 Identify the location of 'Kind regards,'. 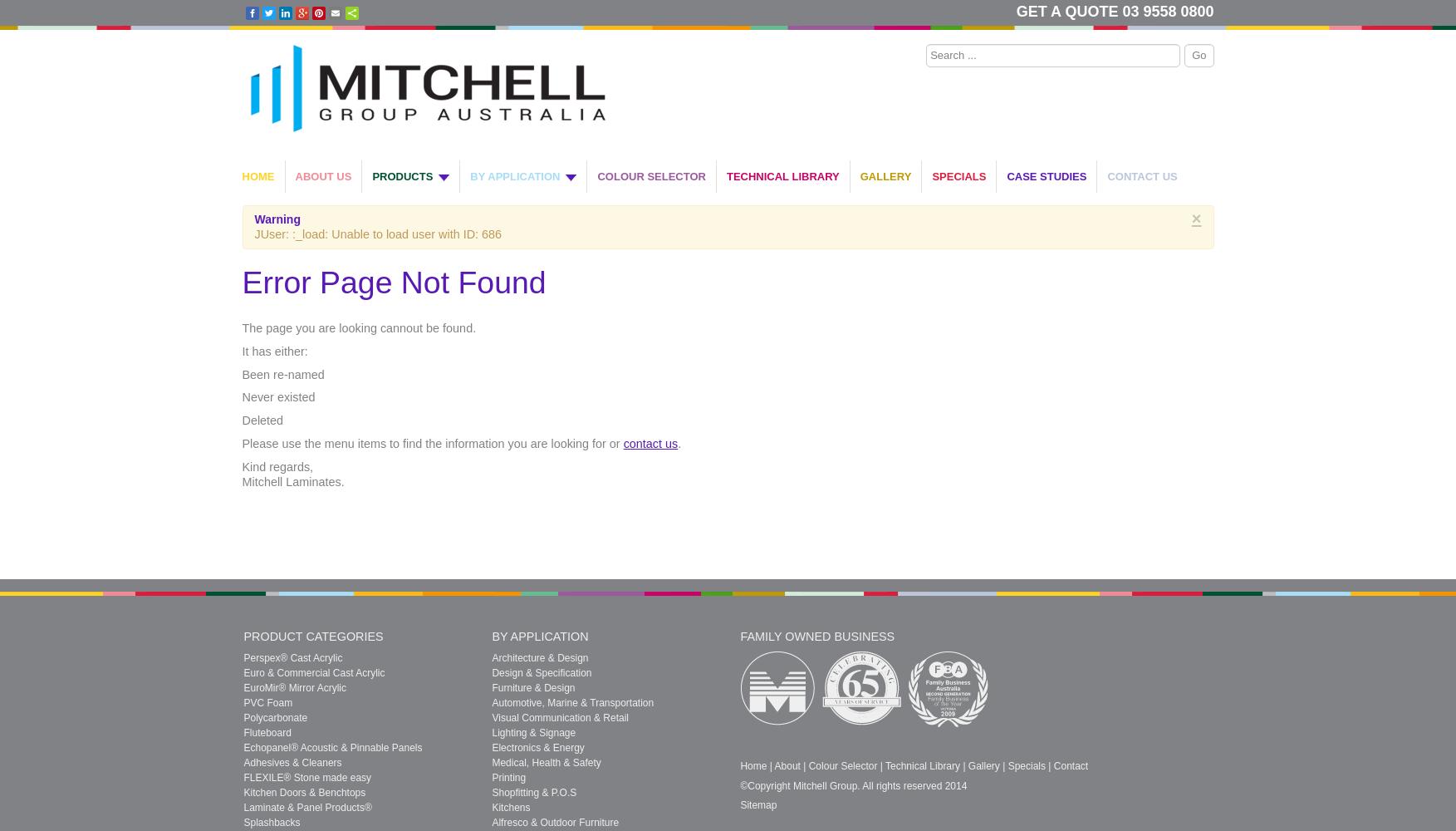
(240, 466).